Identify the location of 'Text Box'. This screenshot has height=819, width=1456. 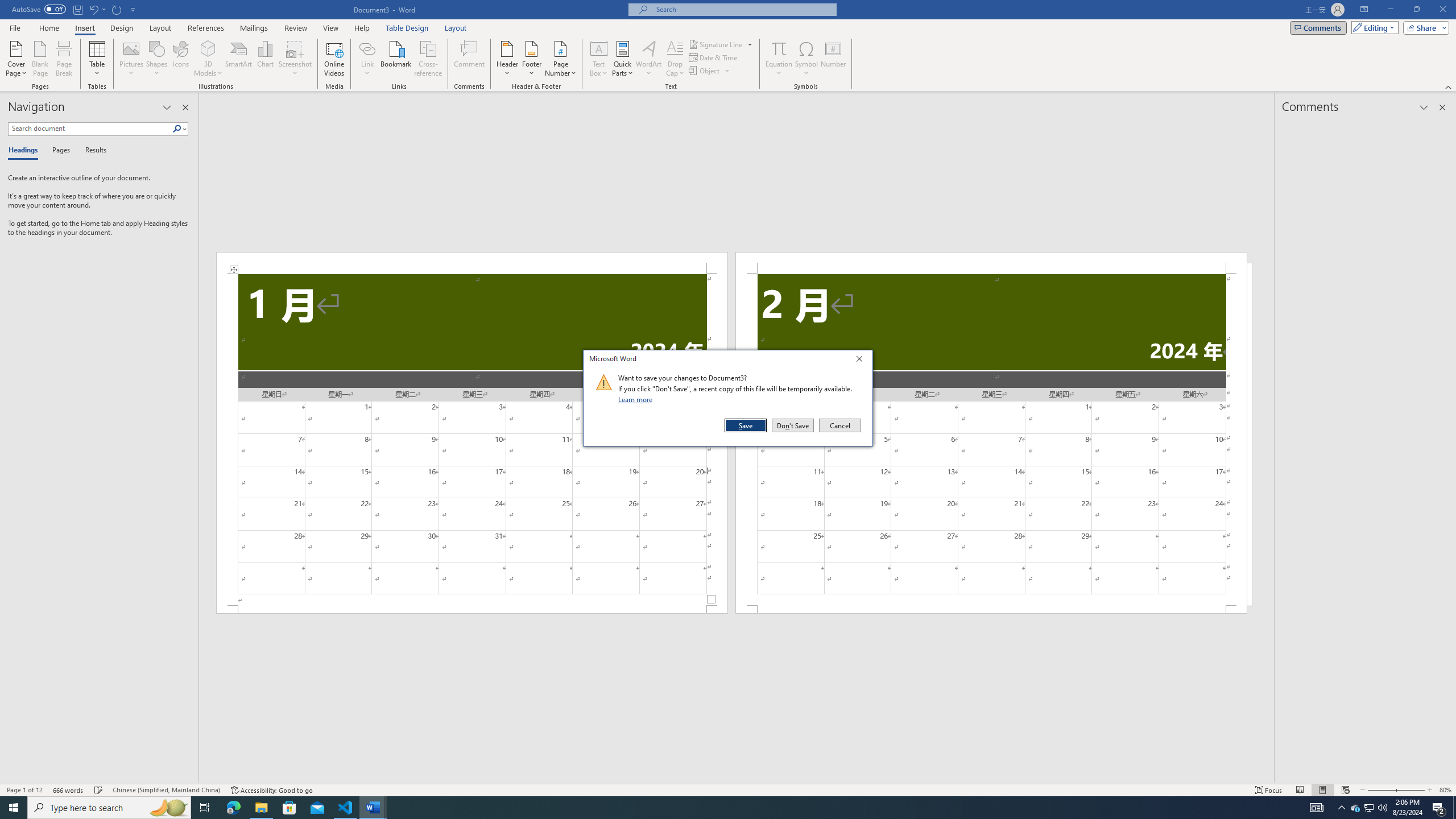
(598, 59).